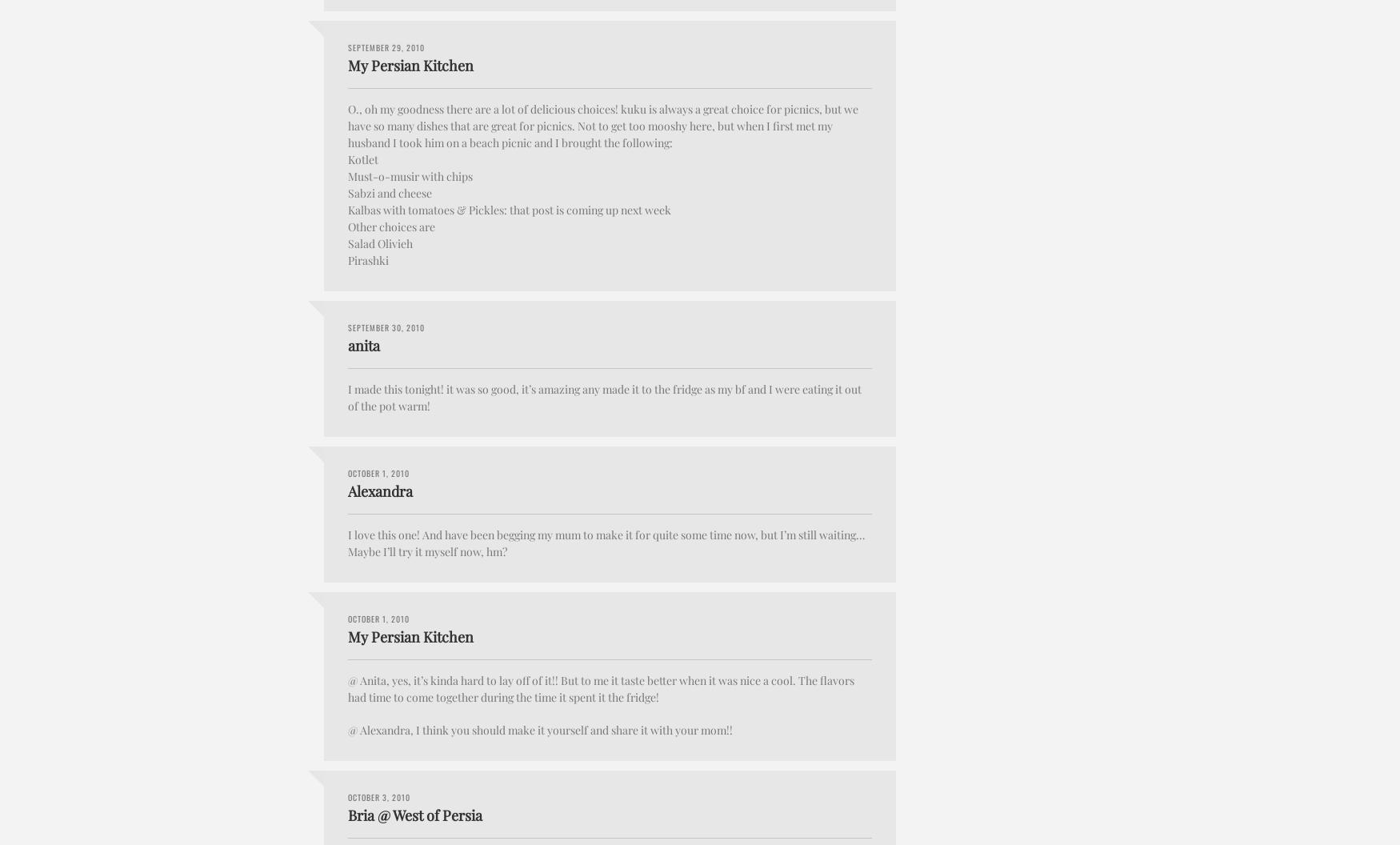 This screenshot has height=845, width=1400. What do you see at coordinates (347, 813) in the screenshot?
I see `'Bria @ West of Persia'` at bounding box center [347, 813].